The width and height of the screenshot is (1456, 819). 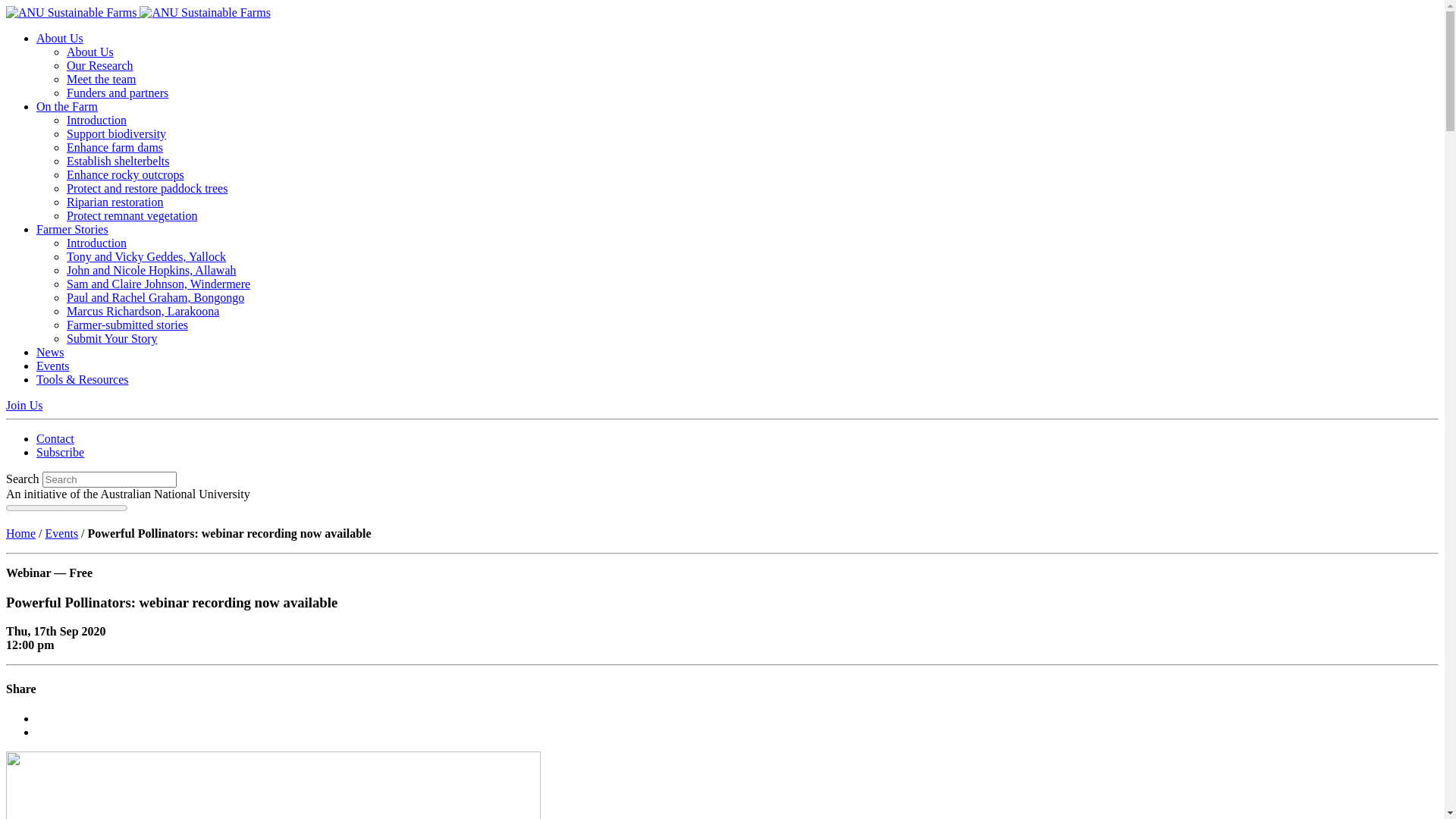 I want to click on 'Submit Your Story', so click(x=111, y=337).